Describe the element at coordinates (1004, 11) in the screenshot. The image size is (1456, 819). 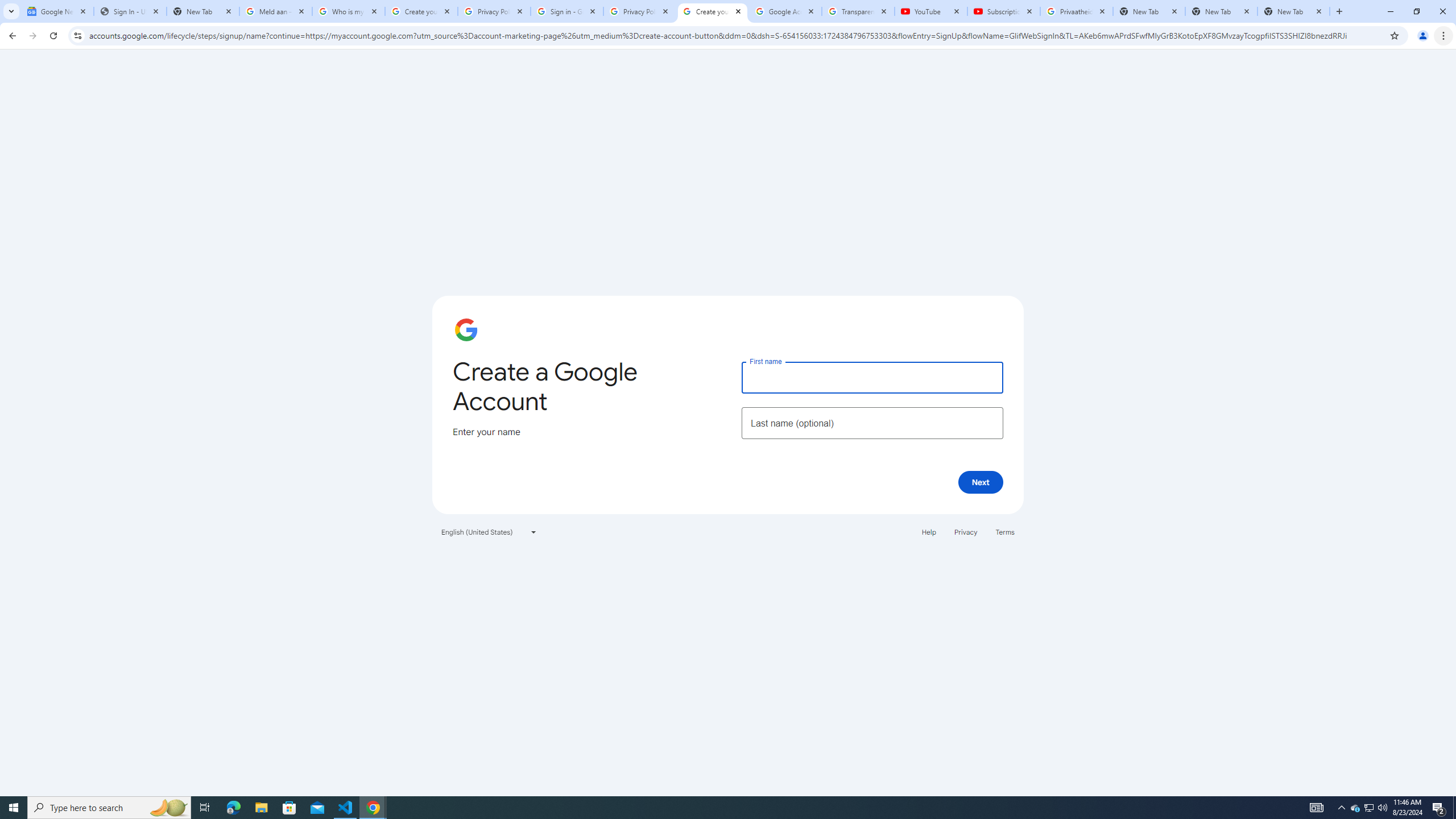
I see `'Subscriptions - YouTube'` at that location.